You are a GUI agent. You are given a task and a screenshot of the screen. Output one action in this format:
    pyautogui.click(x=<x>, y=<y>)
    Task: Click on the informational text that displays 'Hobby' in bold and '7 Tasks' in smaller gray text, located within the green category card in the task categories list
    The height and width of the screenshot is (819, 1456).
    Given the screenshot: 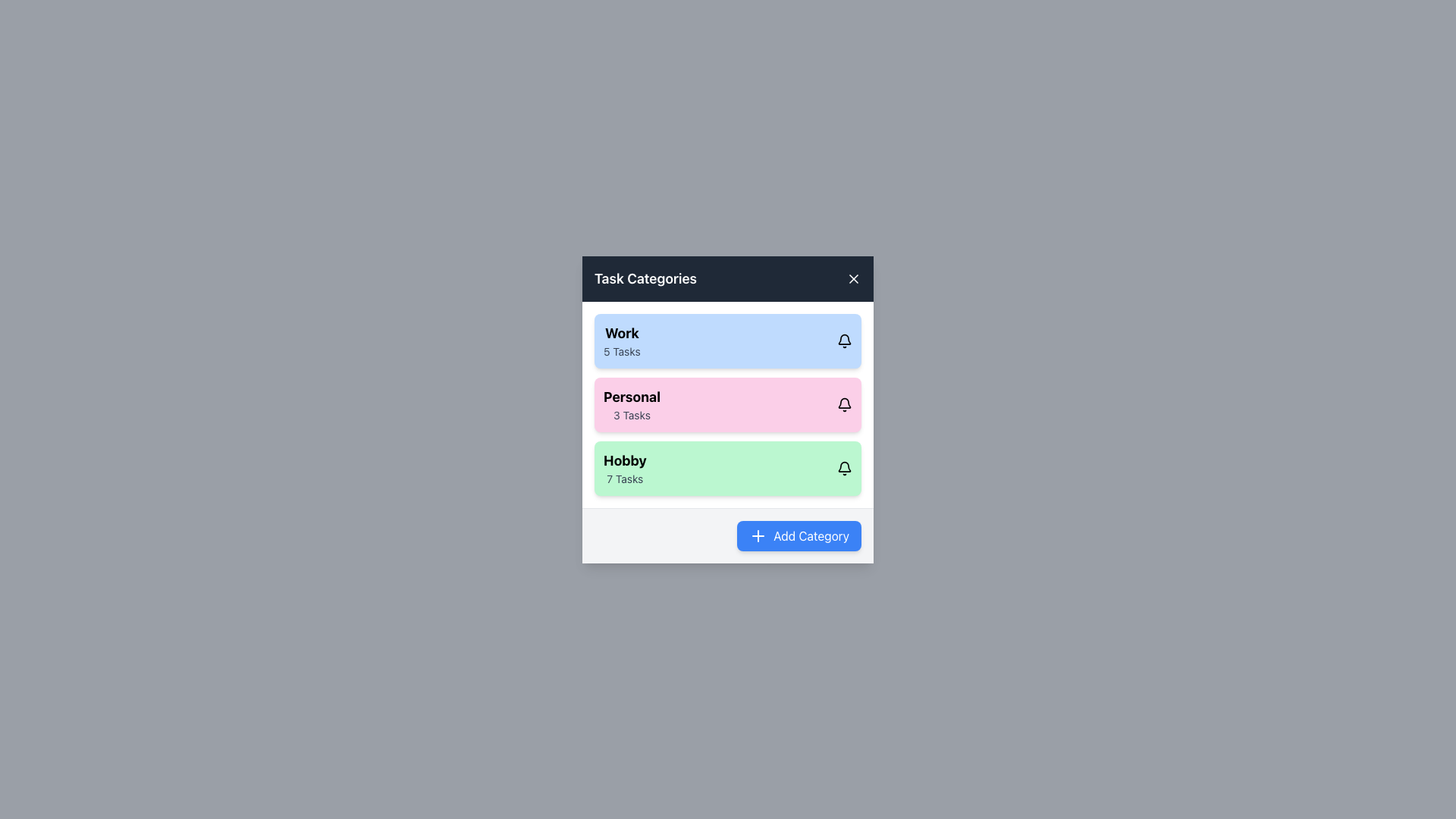 What is the action you would take?
    pyautogui.click(x=625, y=467)
    